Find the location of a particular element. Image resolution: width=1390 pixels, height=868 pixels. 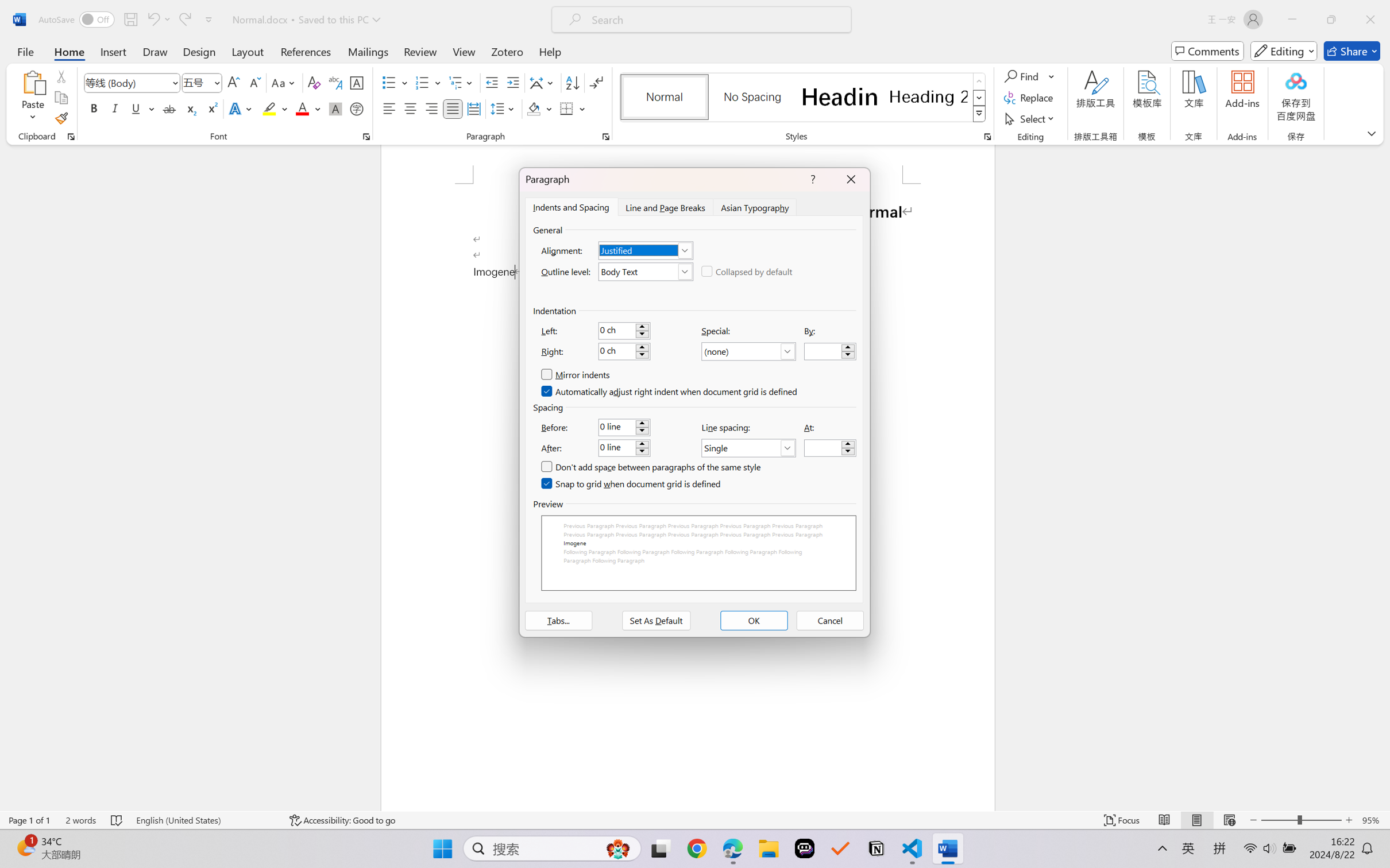

'Indents and Spacing' is located at coordinates (571, 206).